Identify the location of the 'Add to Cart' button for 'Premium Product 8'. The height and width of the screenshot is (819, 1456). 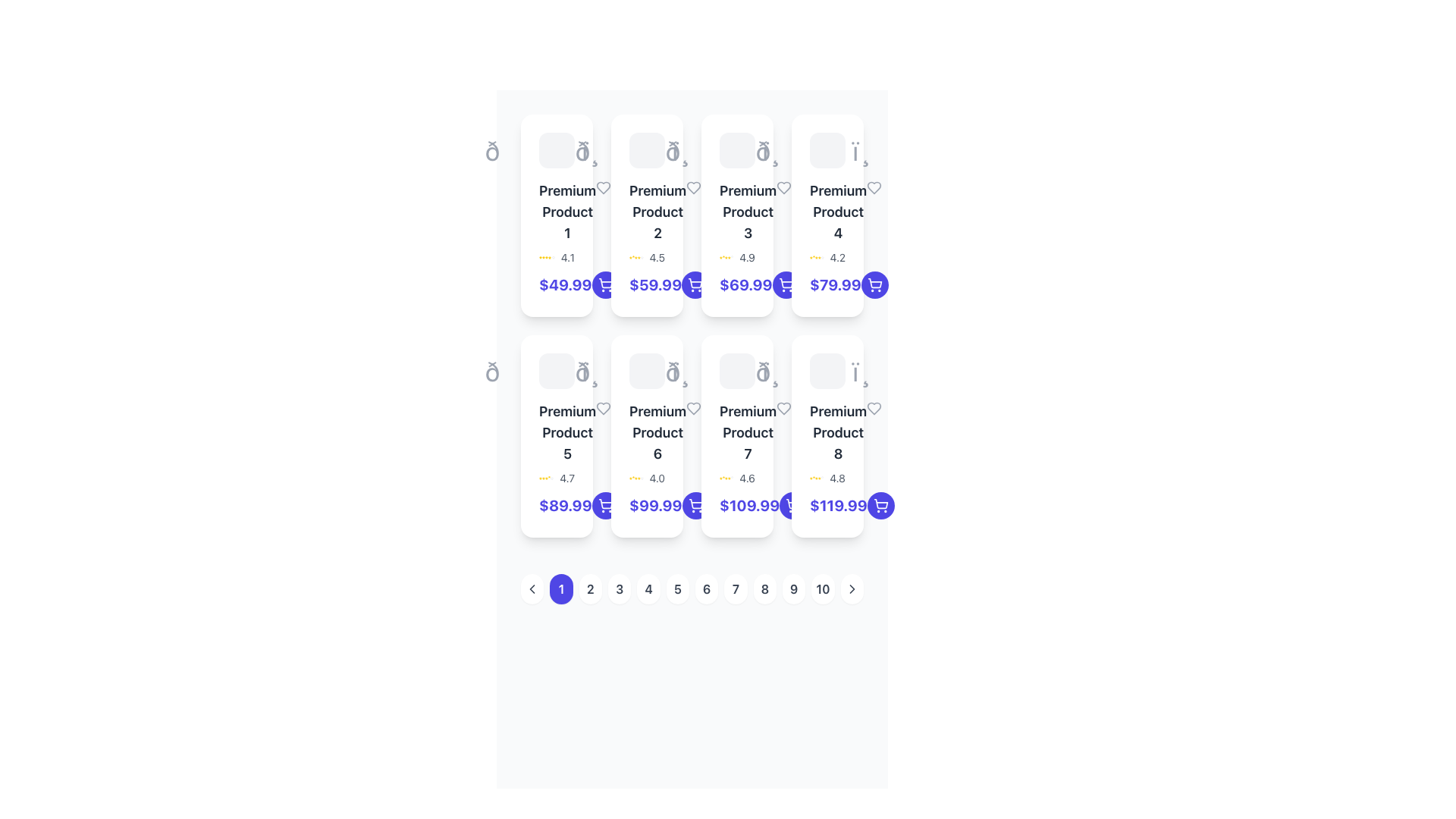
(880, 504).